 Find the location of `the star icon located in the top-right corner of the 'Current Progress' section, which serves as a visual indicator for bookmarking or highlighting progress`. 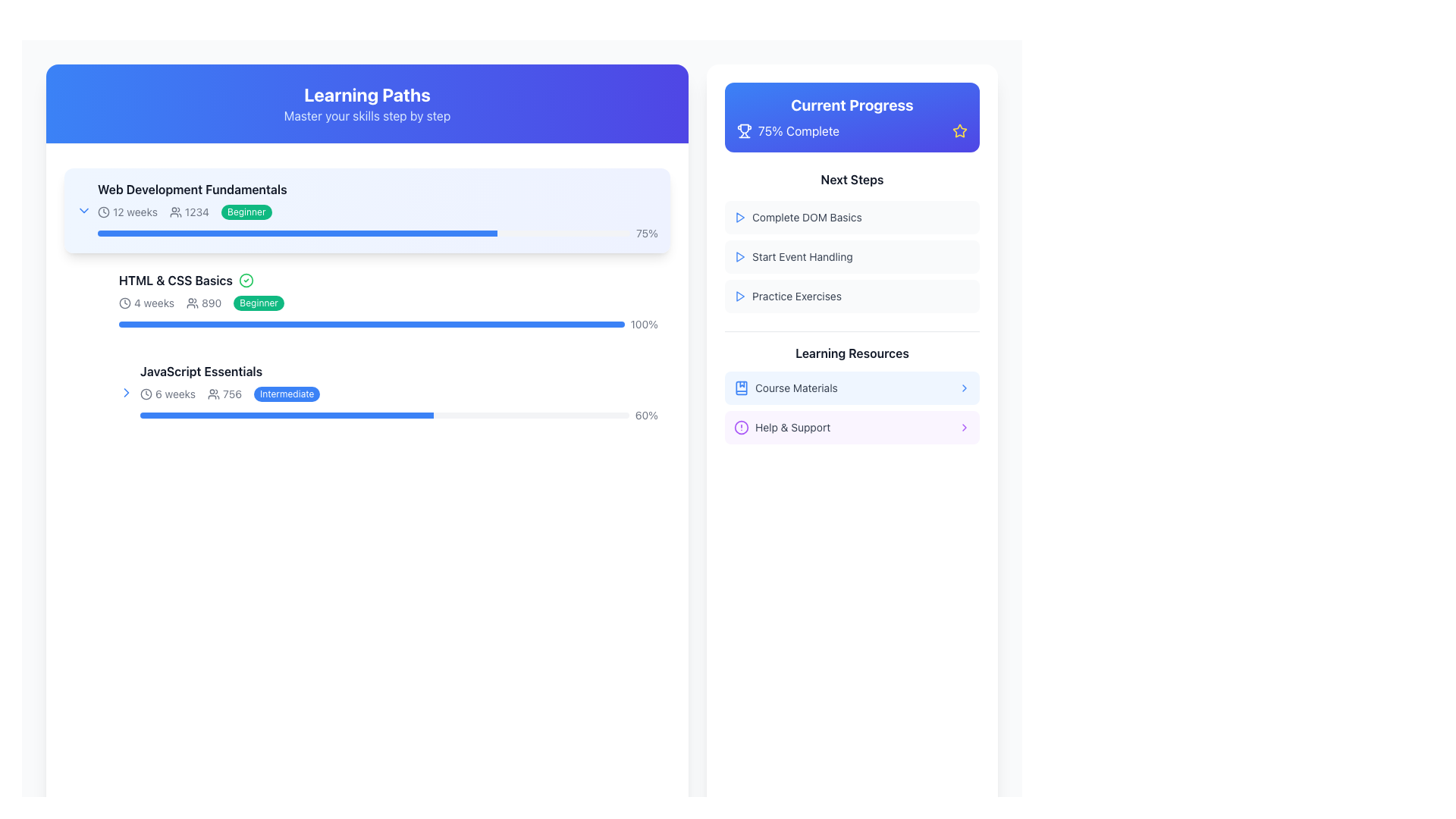

the star icon located in the top-right corner of the 'Current Progress' section, which serves as a visual indicator for bookmarking or highlighting progress is located at coordinates (959, 130).